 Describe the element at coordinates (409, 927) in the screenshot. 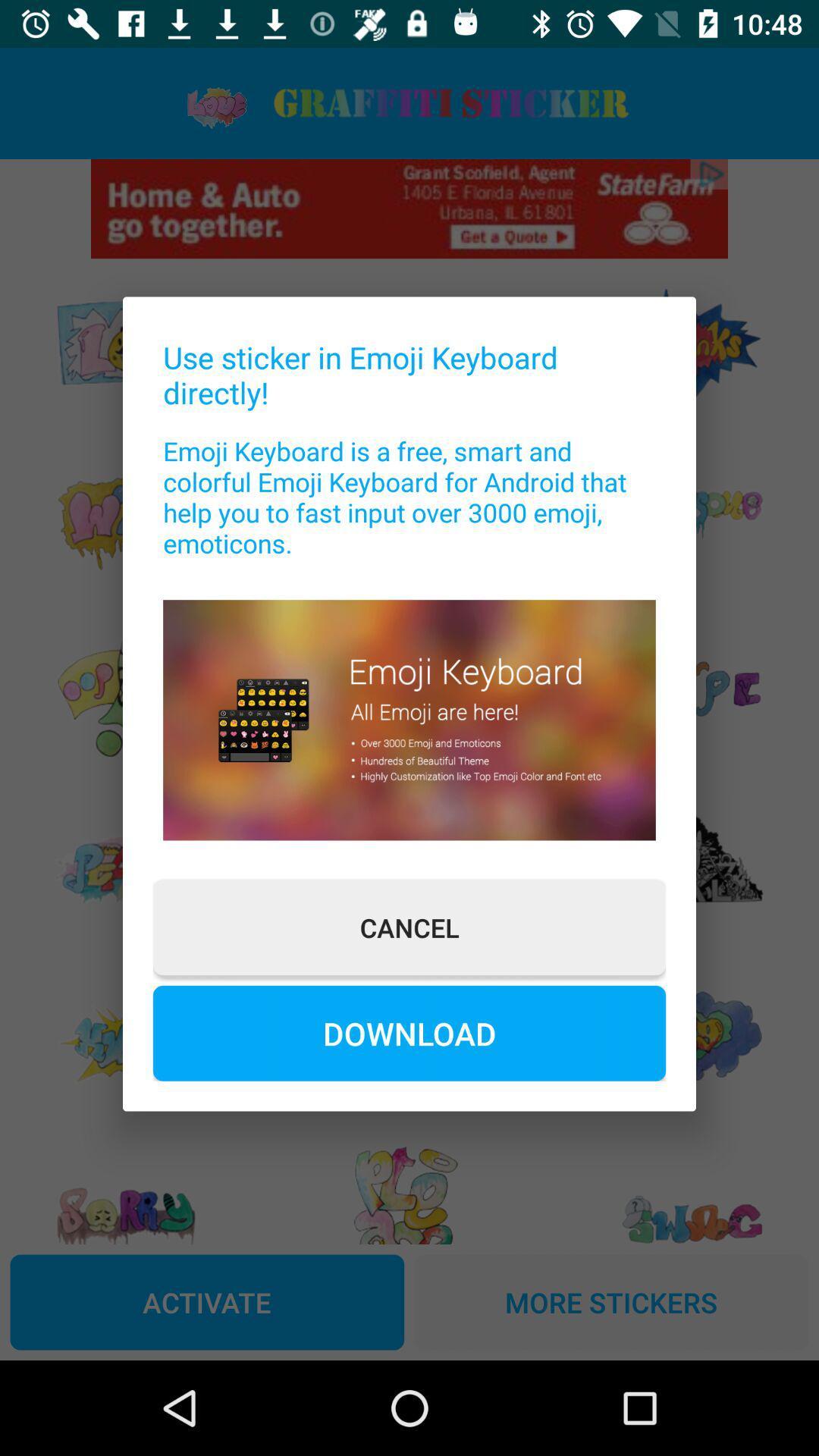

I see `cancel item` at that location.